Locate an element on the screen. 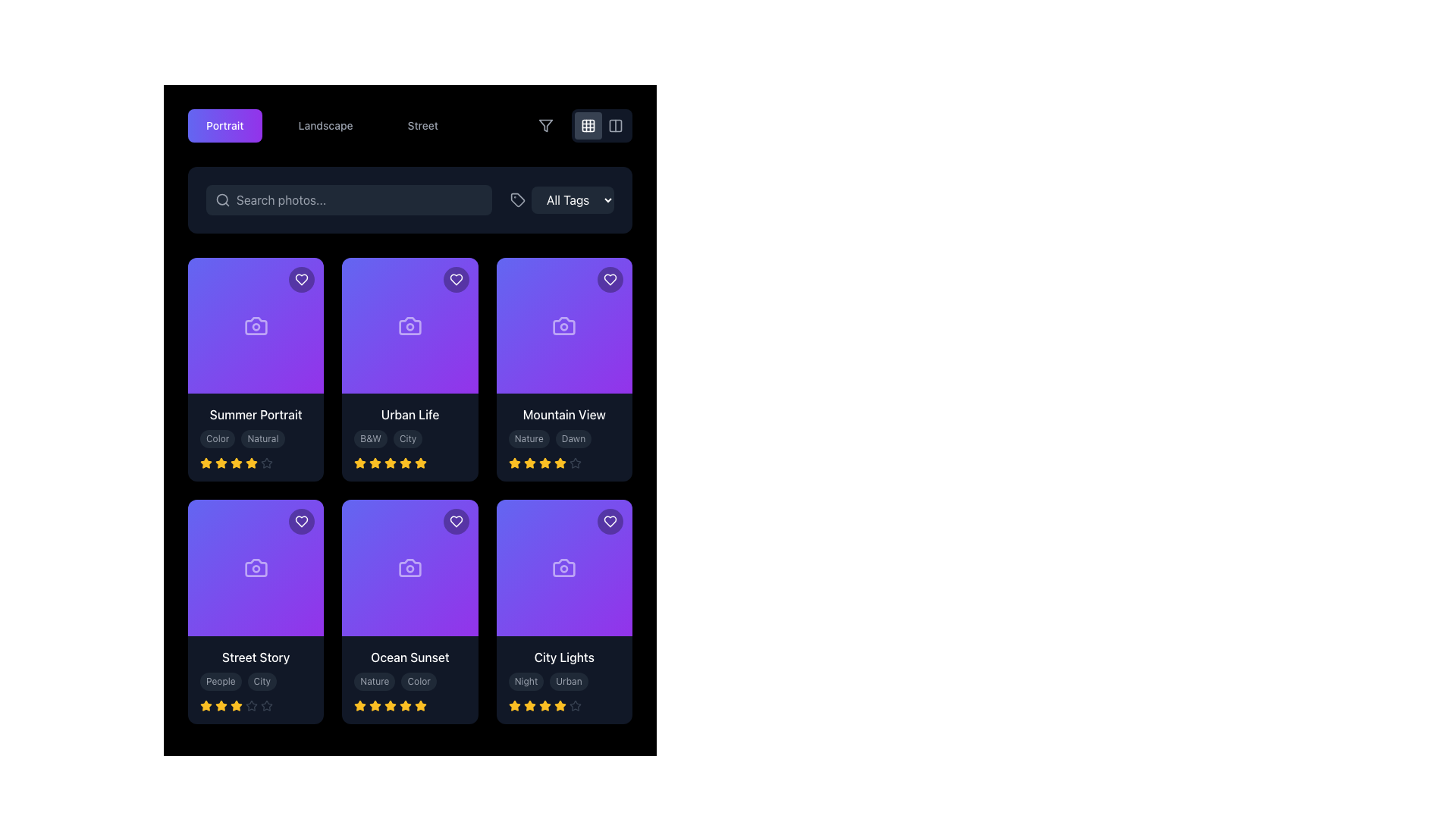  the button in the top-right corner of the 'Ocean Sunset' card to mark the item as a favorite is located at coordinates (455, 521).